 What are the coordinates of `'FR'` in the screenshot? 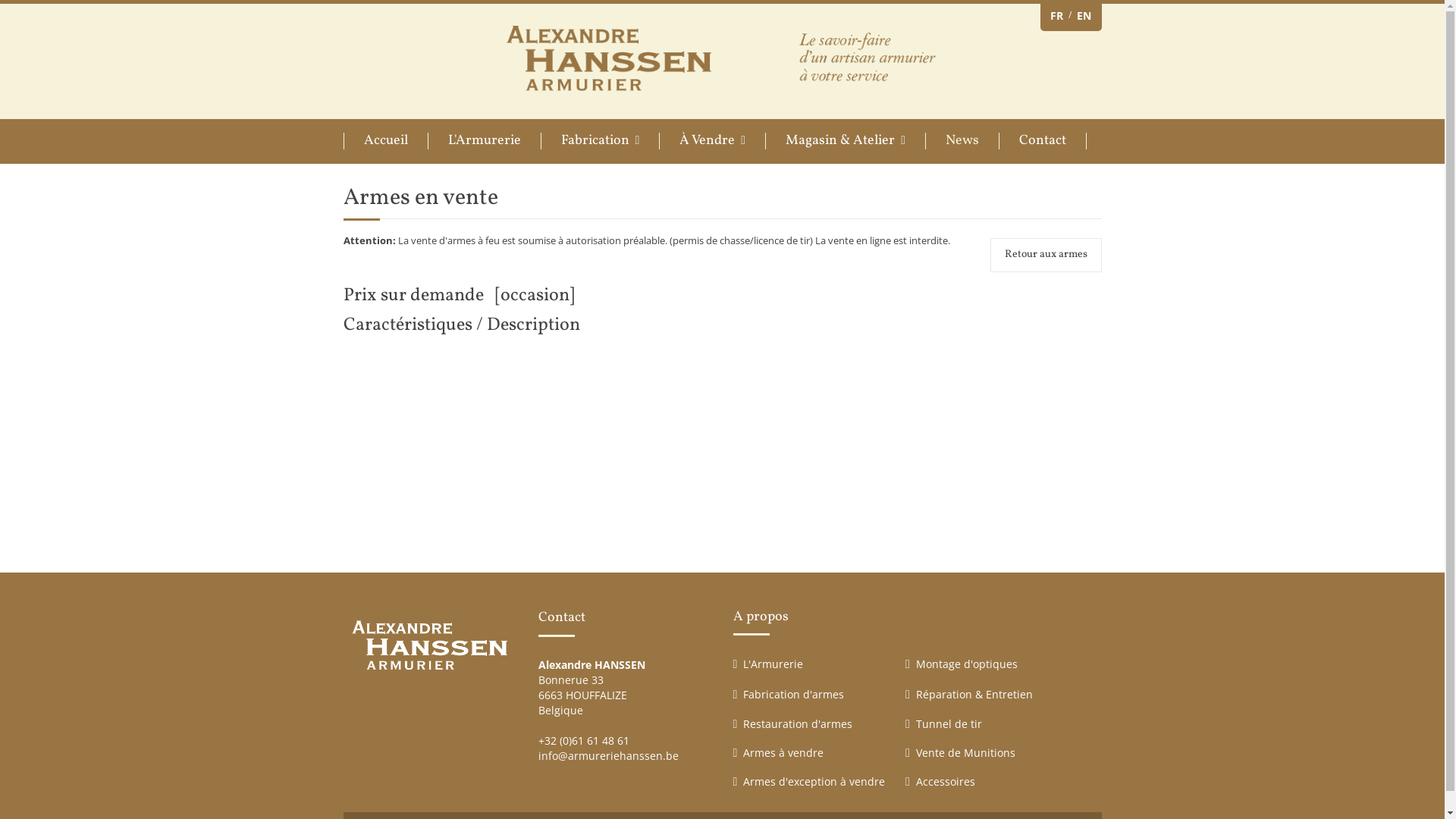 It's located at (1055, 15).